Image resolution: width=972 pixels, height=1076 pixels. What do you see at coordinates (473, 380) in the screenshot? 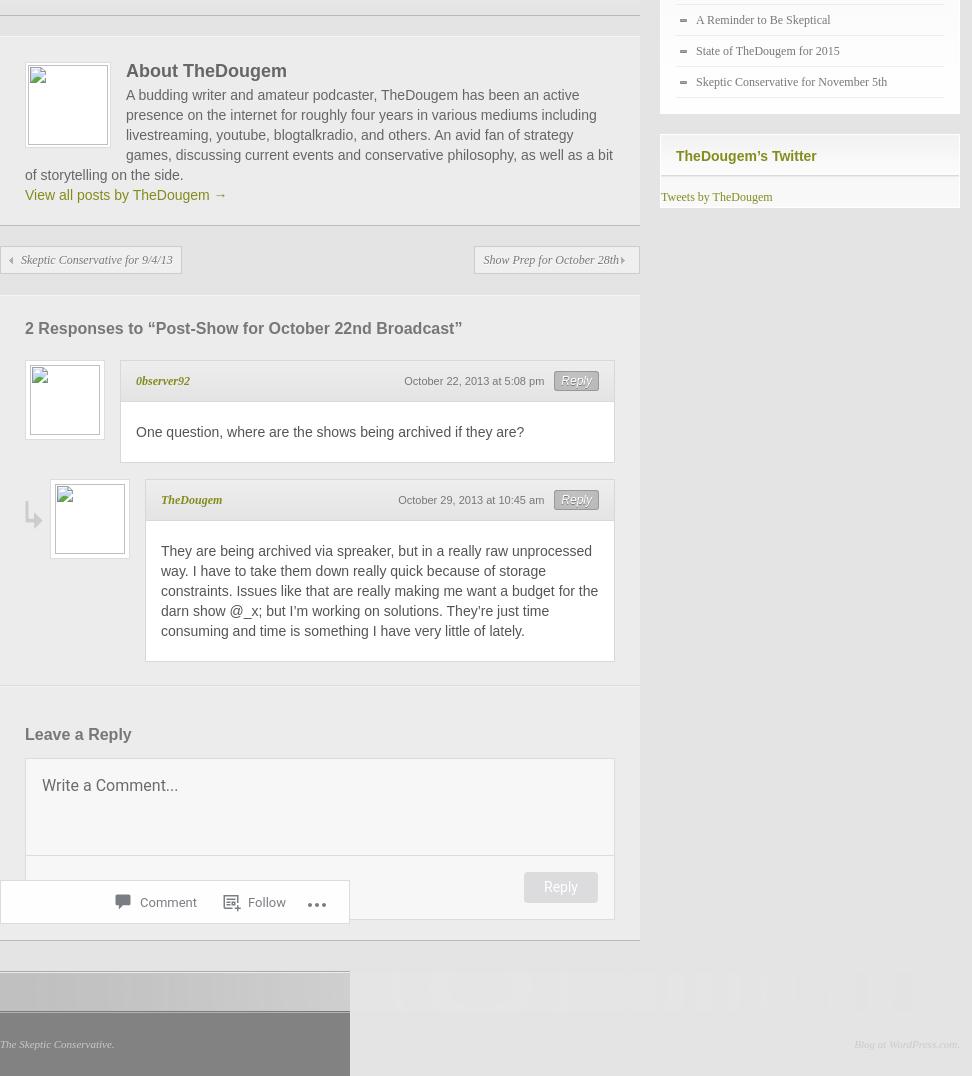
I see `'October 22, 2013 at 5:08 pm'` at bounding box center [473, 380].